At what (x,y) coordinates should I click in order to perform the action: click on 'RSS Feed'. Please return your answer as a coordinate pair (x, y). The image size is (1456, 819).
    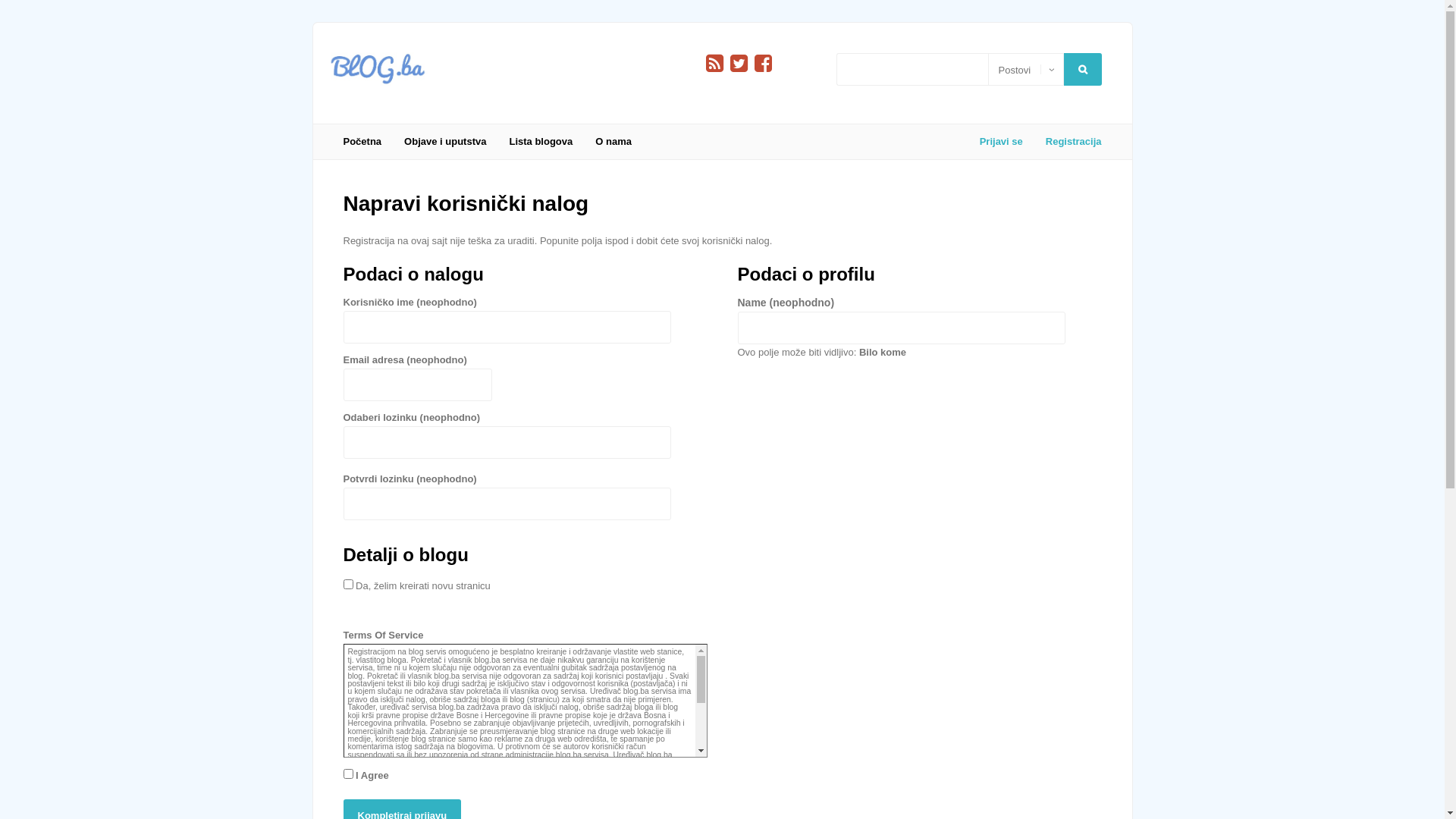
    Looking at the image, I should click on (705, 62).